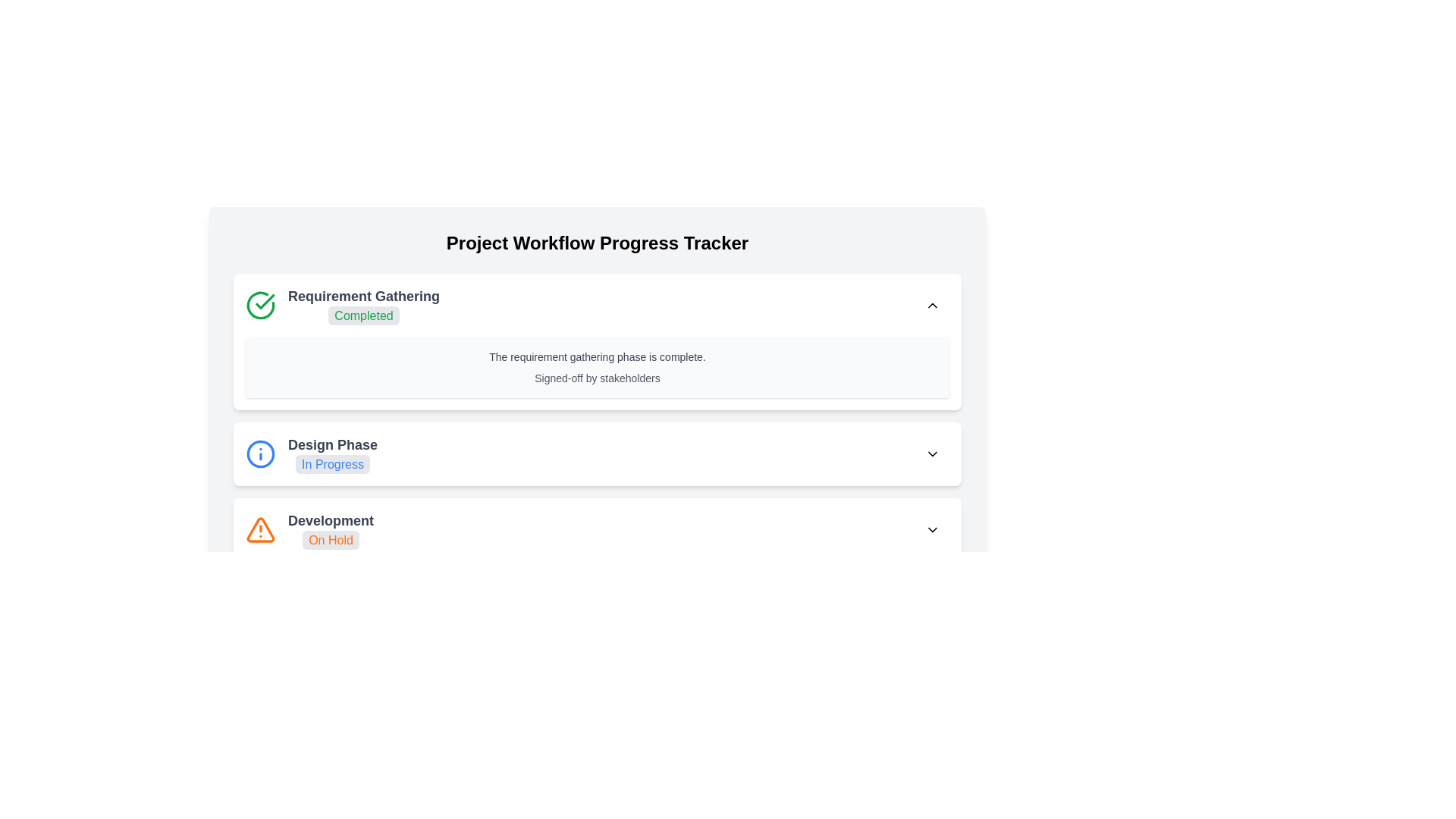 The image size is (1456, 819). Describe the element at coordinates (332, 453) in the screenshot. I see `information displayed in the 'Design Phase' status indicator, which shows 'In Progress' in the workflow tracker` at that location.